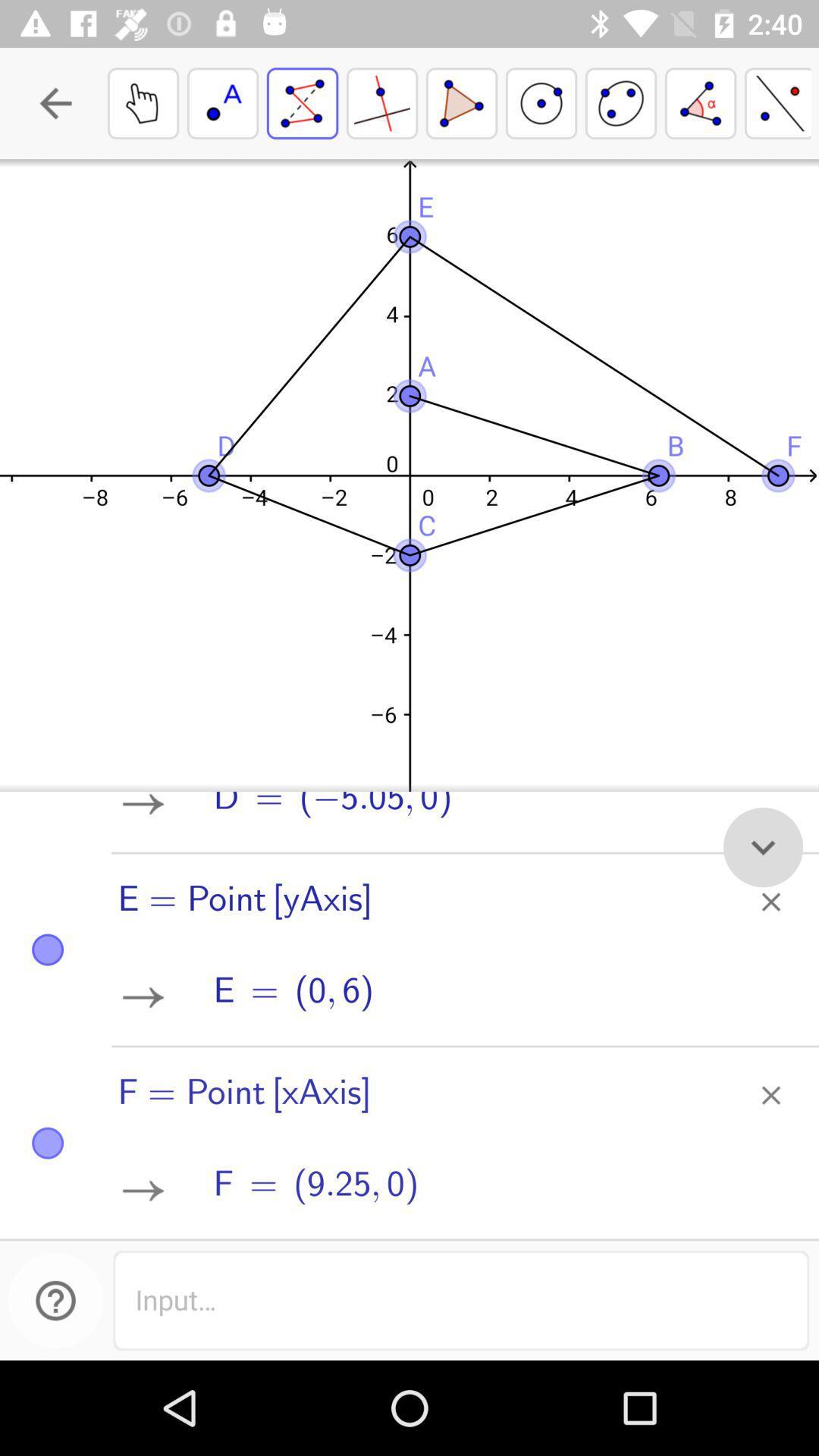 The height and width of the screenshot is (1456, 819). Describe the element at coordinates (55, 1300) in the screenshot. I see `the help icon` at that location.